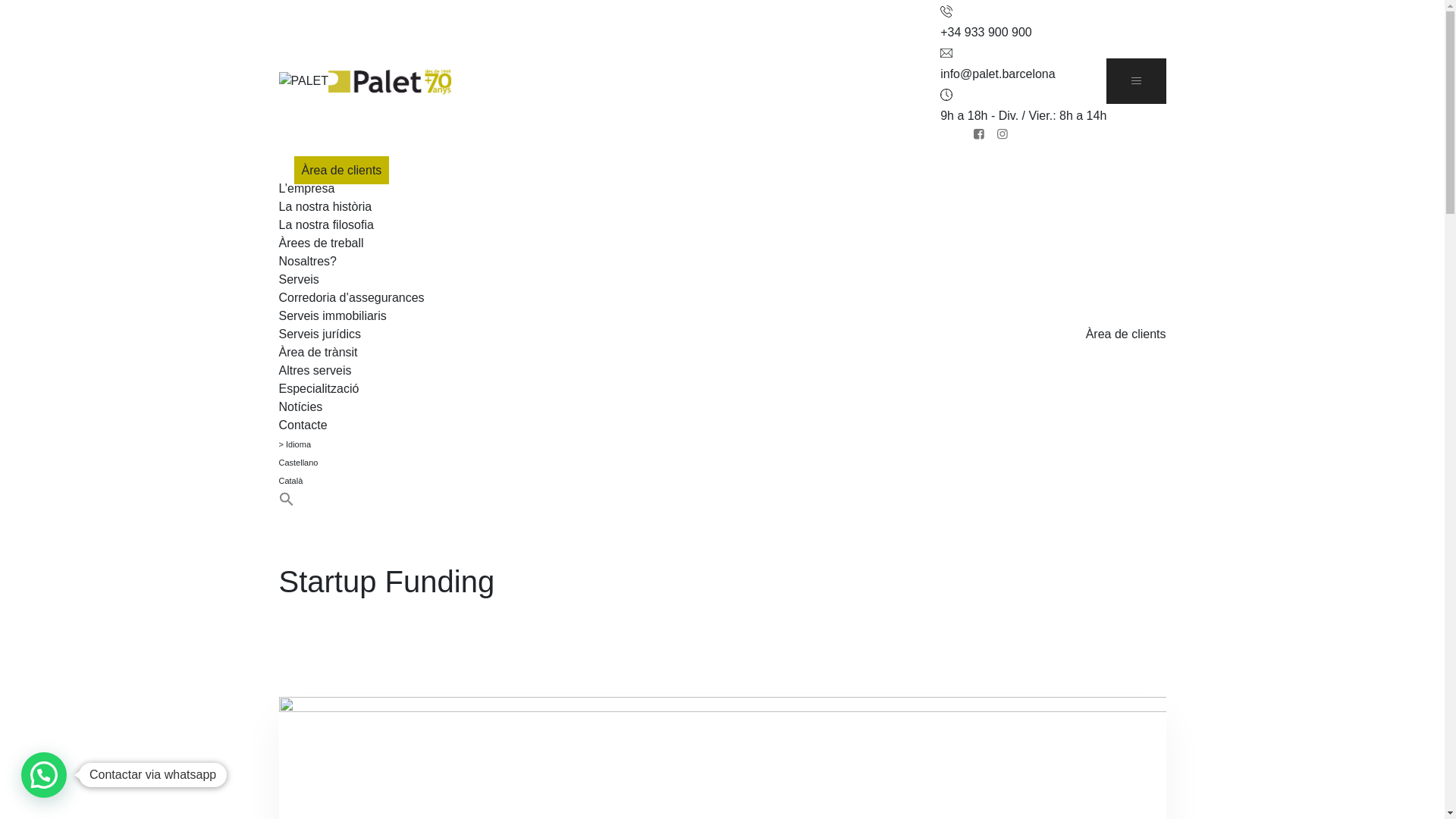 This screenshot has width=1456, height=819. I want to click on 'Castellano', so click(298, 461).